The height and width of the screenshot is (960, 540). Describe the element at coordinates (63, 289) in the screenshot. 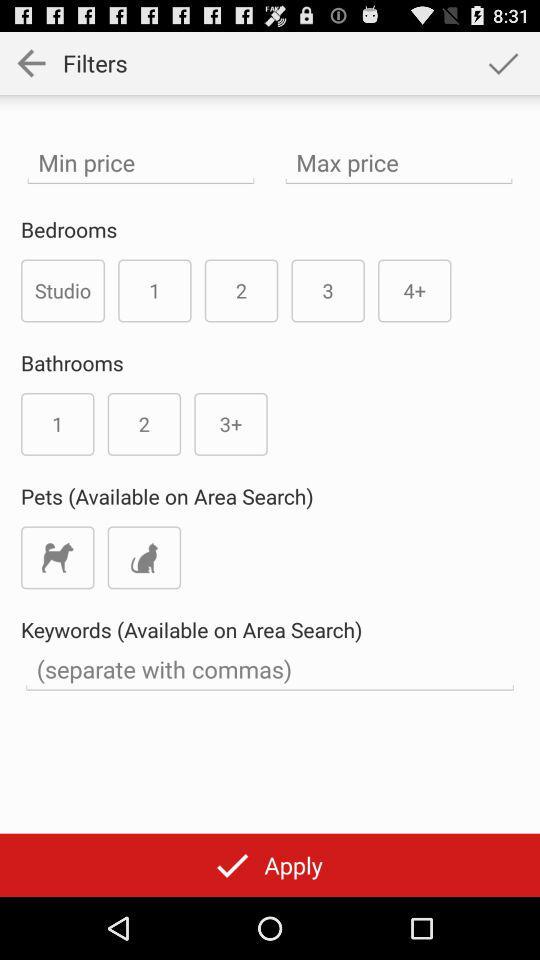

I see `the item next to the 1 item` at that location.